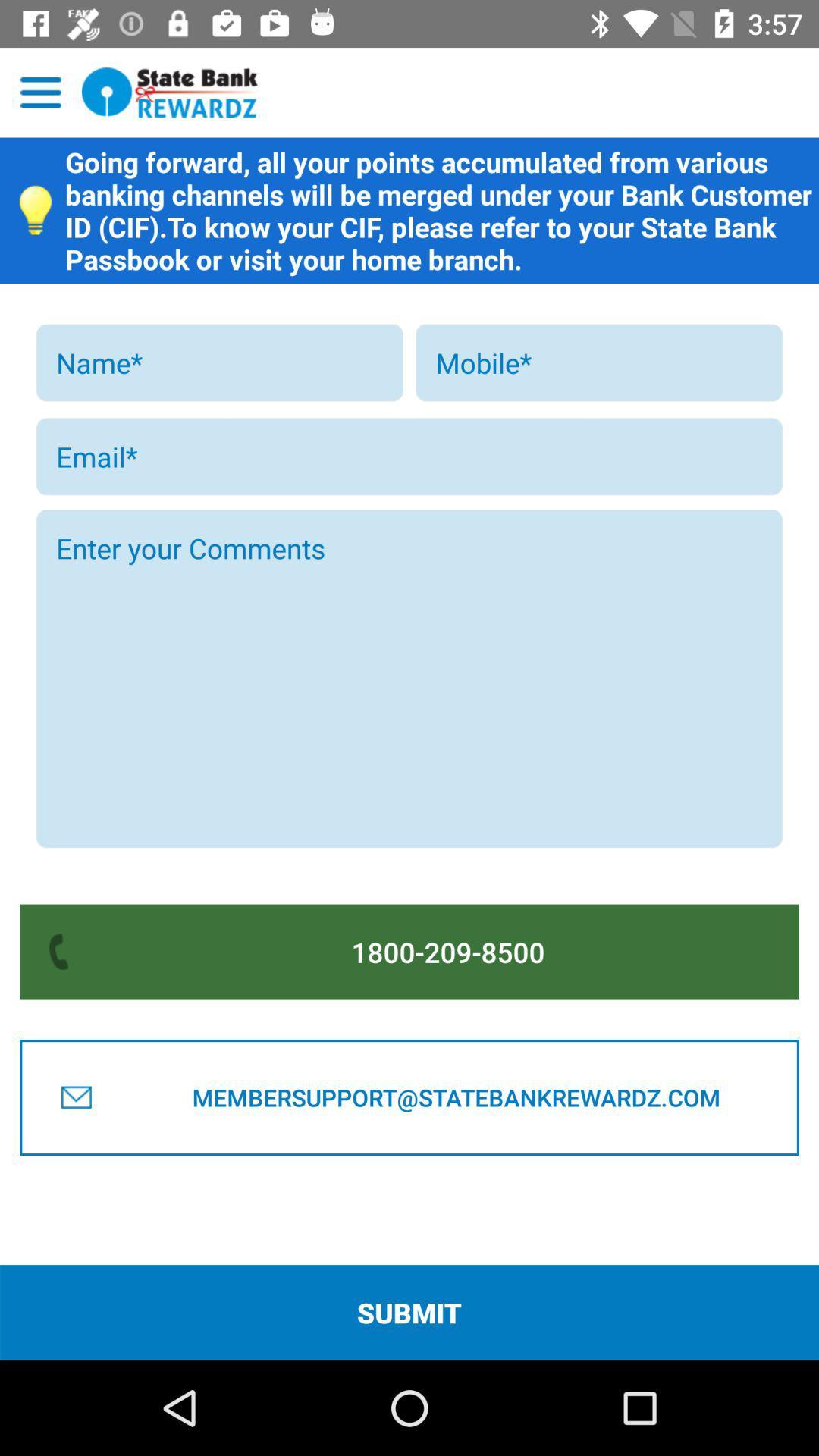 The image size is (819, 1456). What do you see at coordinates (447, 951) in the screenshot?
I see `the 1800-209-8500` at bounding box center [447, 951].